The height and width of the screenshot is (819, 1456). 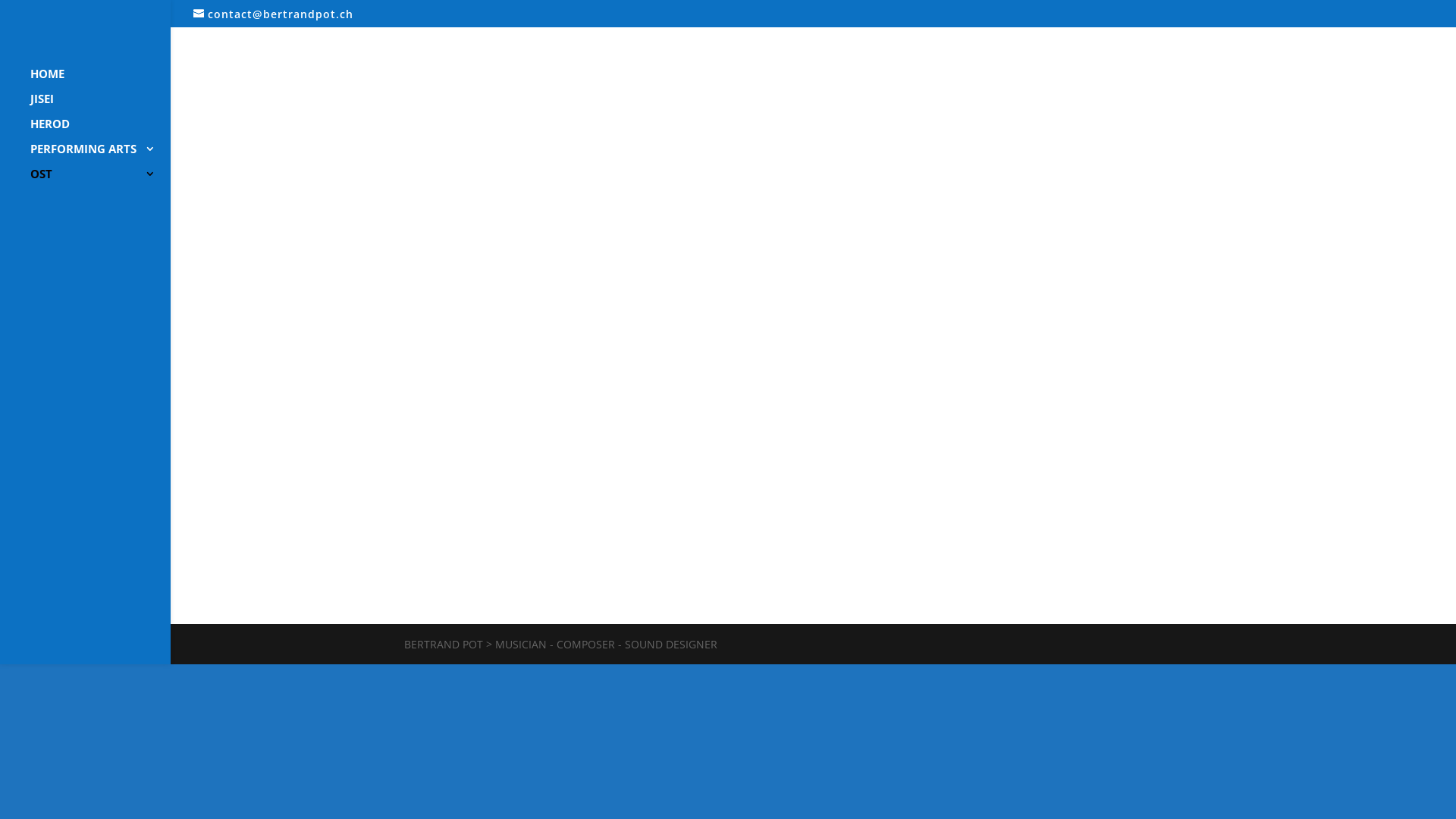 I want to click on 'HEROD', so click(x=30, y=130).